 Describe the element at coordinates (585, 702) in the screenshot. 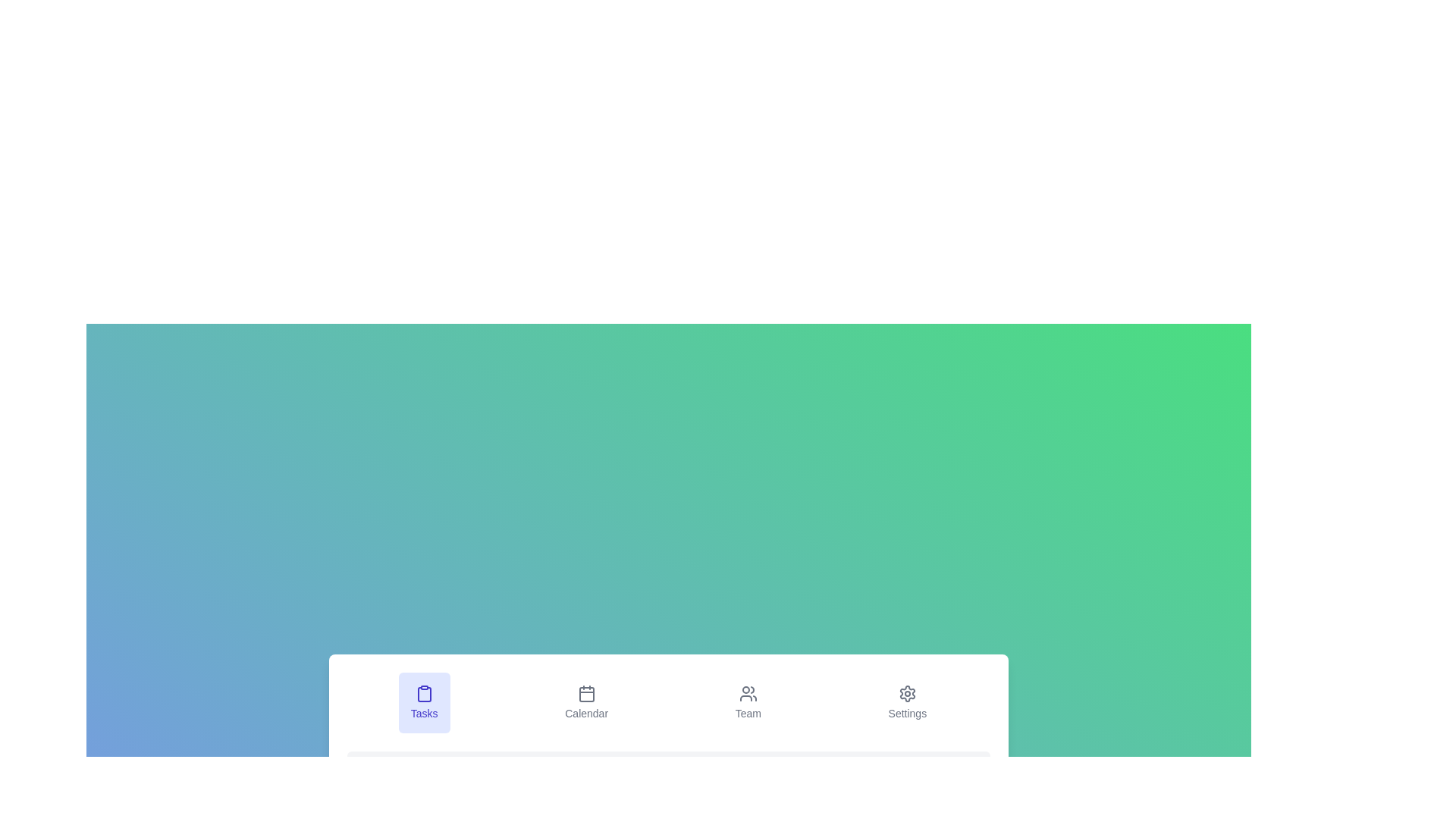

I see `the calendar button, which is the second option in a row of four interactive items, to trigger visual feedback` at that location.